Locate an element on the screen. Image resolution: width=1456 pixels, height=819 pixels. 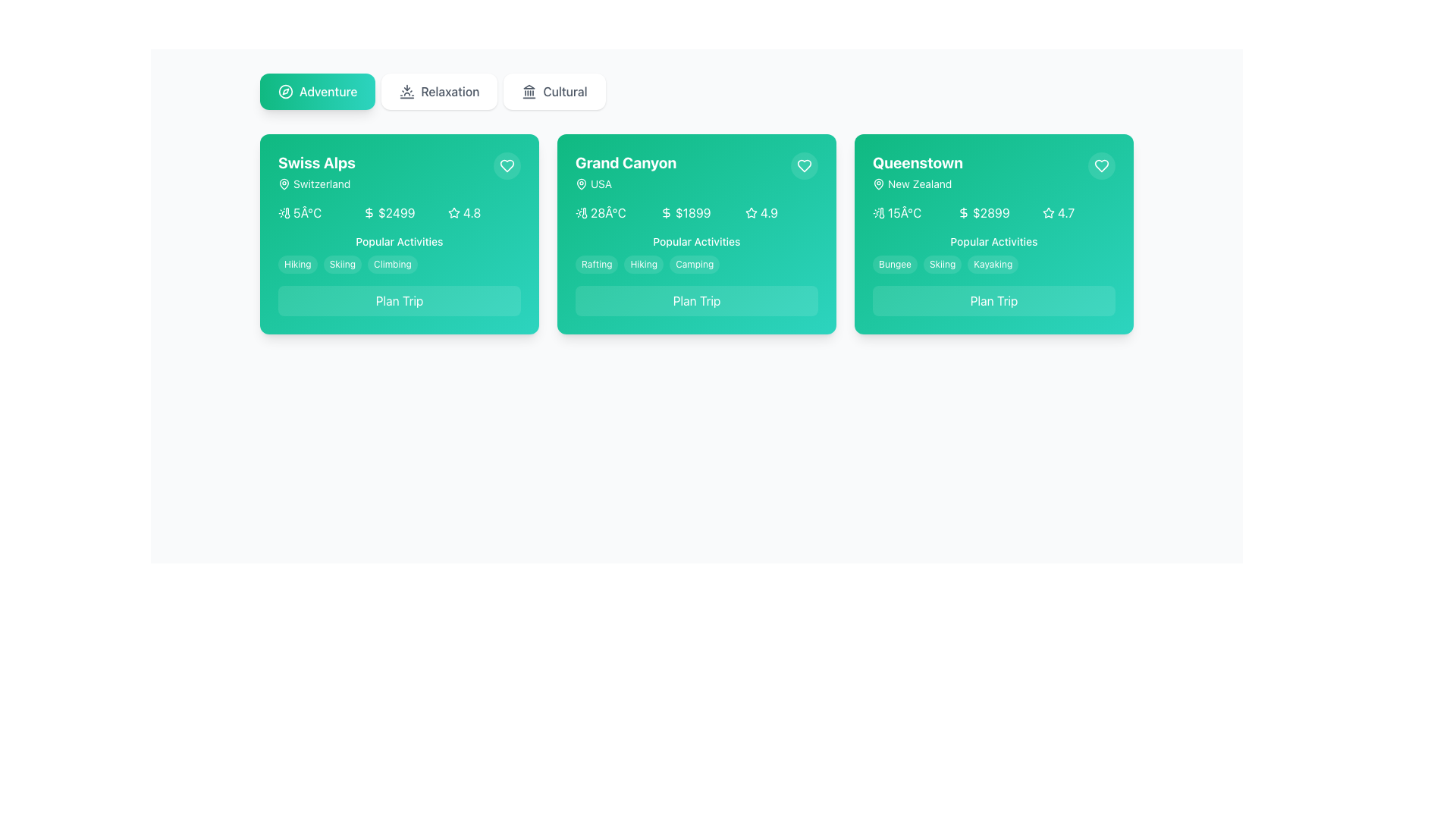
the interactive button with a heart icon at the top-right corner of the 'Grand Canyon' card to change its background appearance is located at coordinates (803, 166).